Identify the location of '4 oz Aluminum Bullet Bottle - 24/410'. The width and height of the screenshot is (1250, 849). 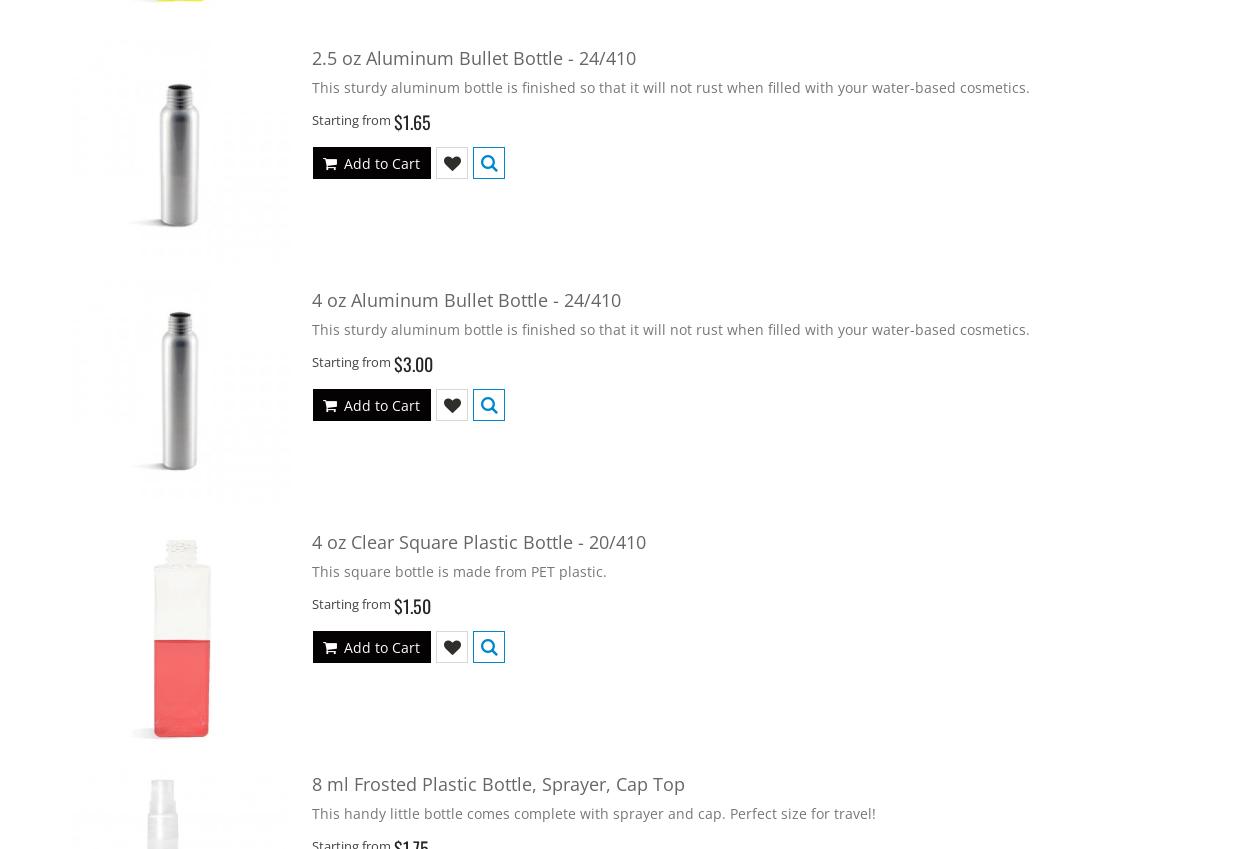
(465, 298).